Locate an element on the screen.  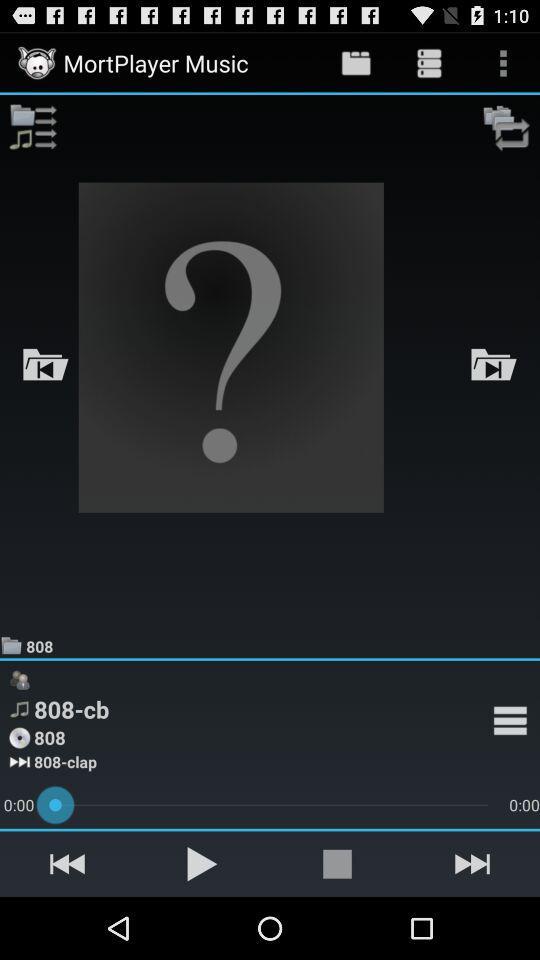
the play icon is located at coordinates (202, 924).